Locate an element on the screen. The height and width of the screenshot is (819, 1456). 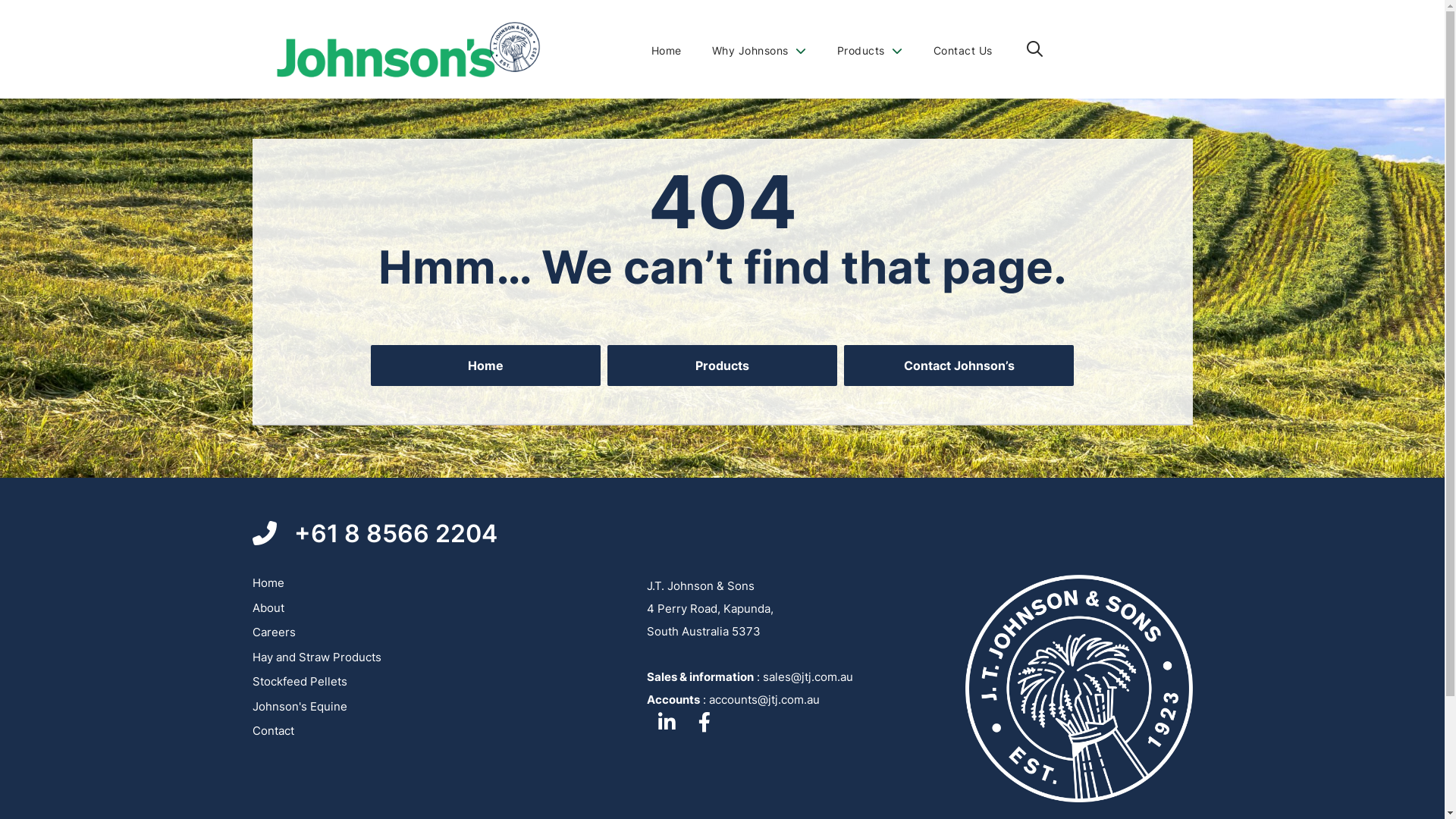
'+61 8 8566 2204' is located at coordinates (374, 532).